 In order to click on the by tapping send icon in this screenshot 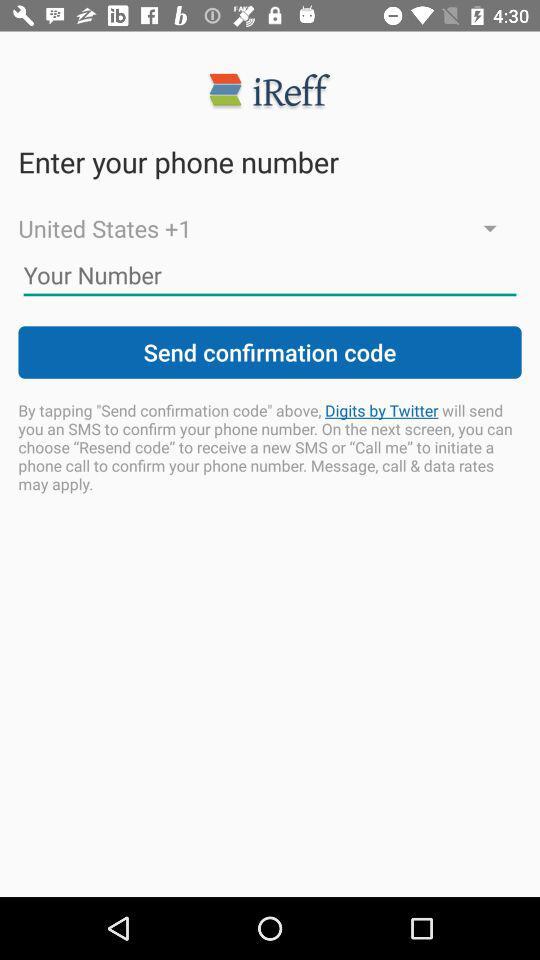, I will do `click(270, 447)`.